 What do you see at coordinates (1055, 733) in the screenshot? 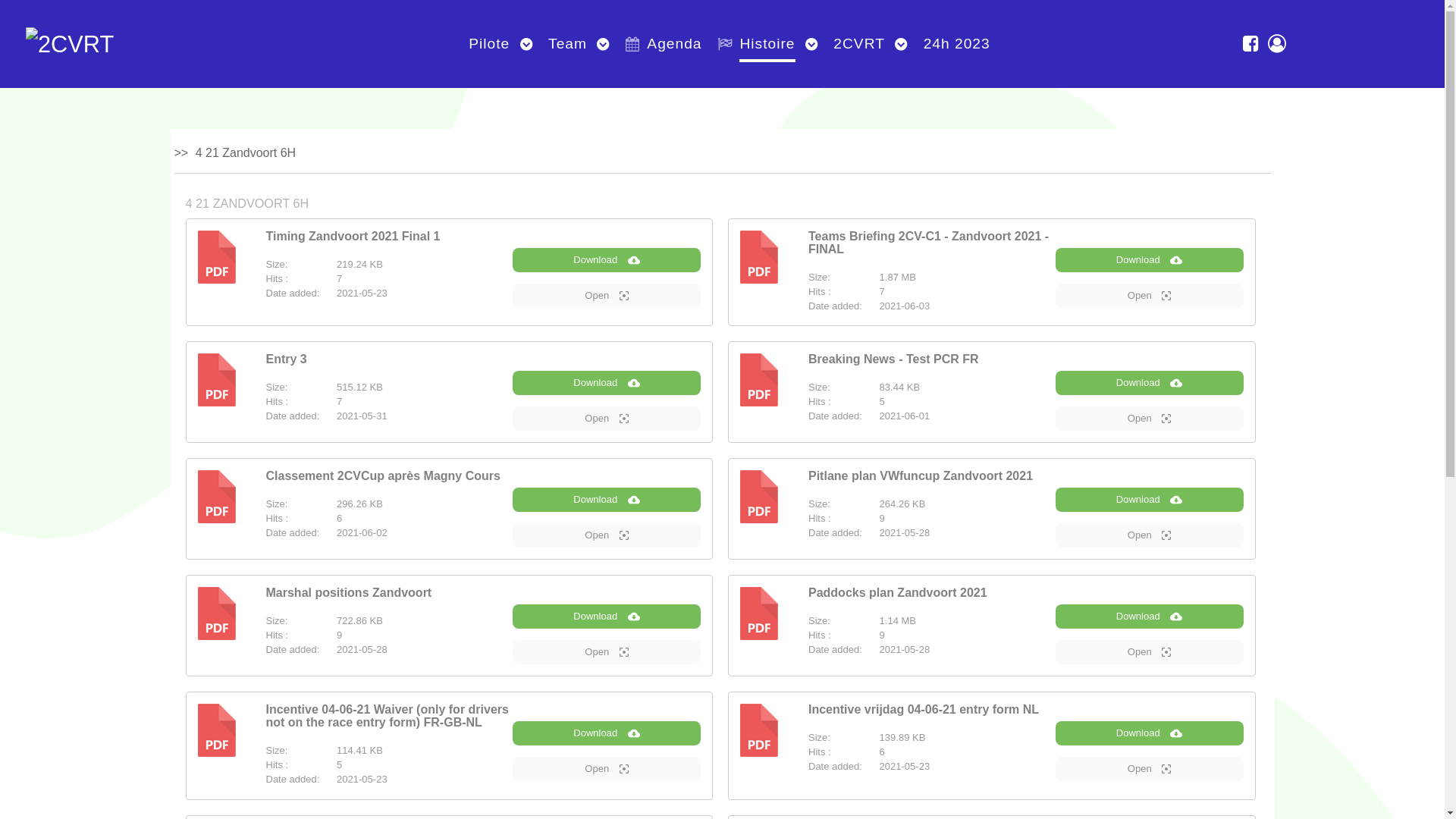
I see `'Download'` at bounding box center [1055, 733].